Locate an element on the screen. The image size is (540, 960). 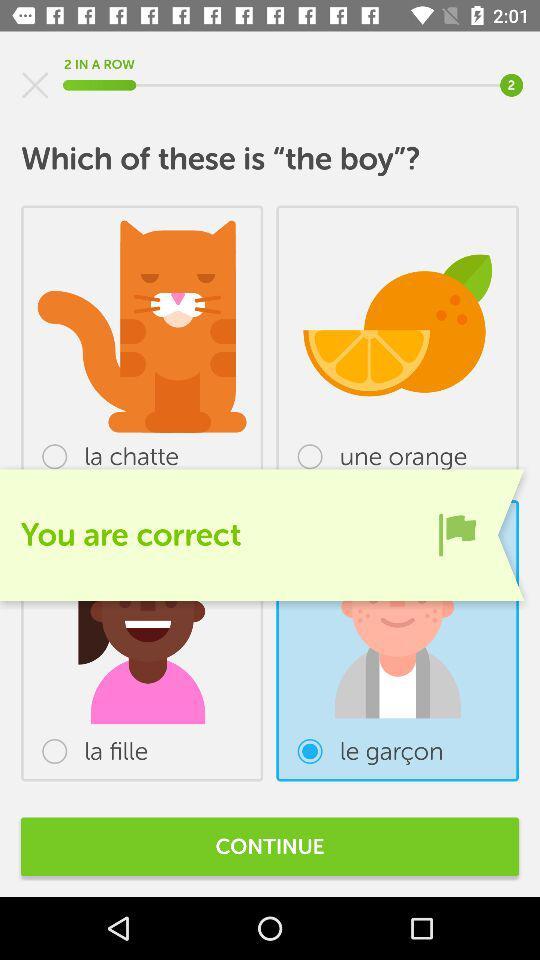
icon above the which of these icon is located at coordinates (35, 85).